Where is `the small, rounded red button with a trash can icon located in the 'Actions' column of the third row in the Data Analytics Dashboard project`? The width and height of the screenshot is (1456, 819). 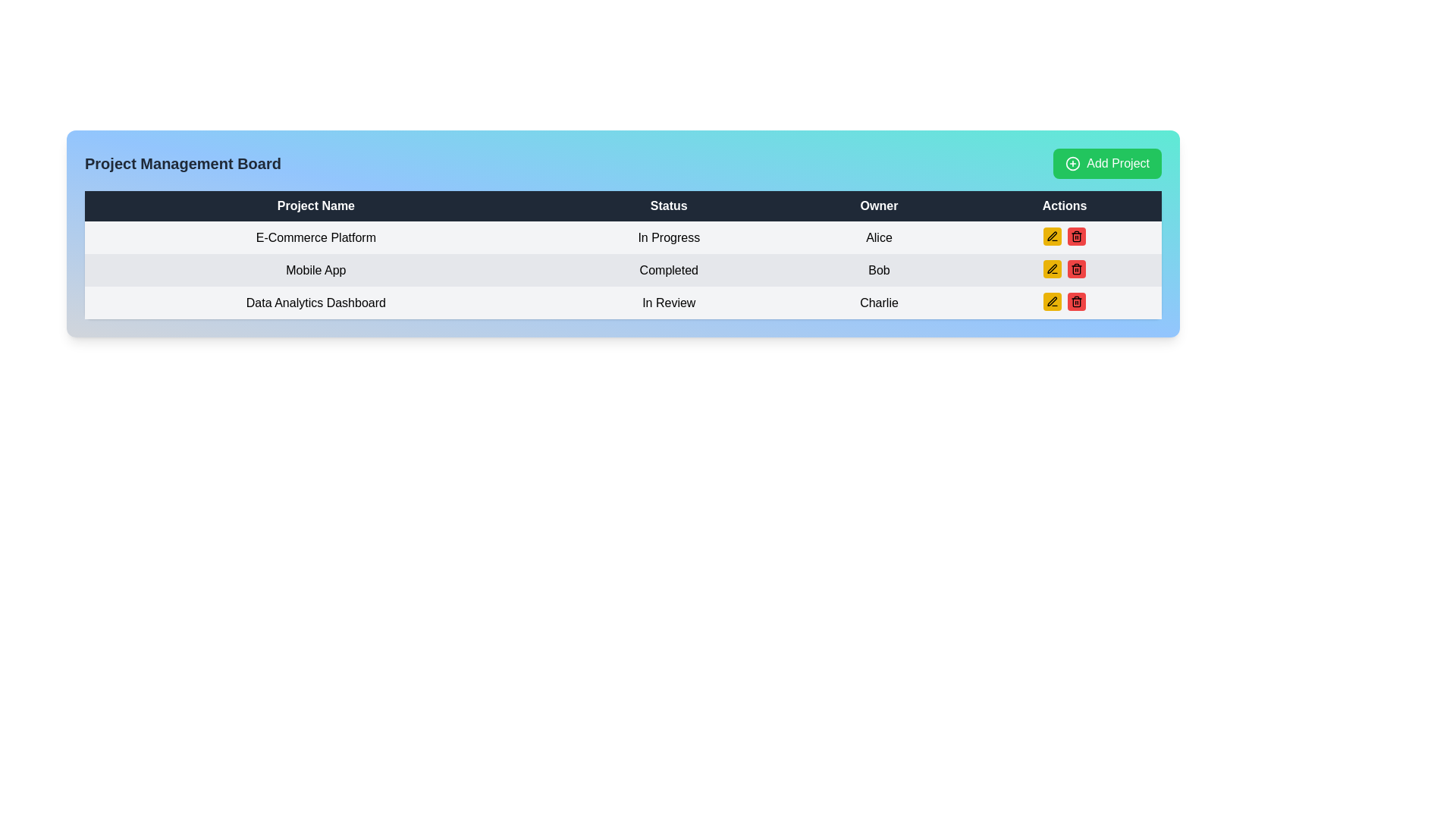
the small, rounded red button with a trash can icon located in the 'Actions' column of the third row in the Data Analytics Dashboard project is located at coordinates (1076, 268).